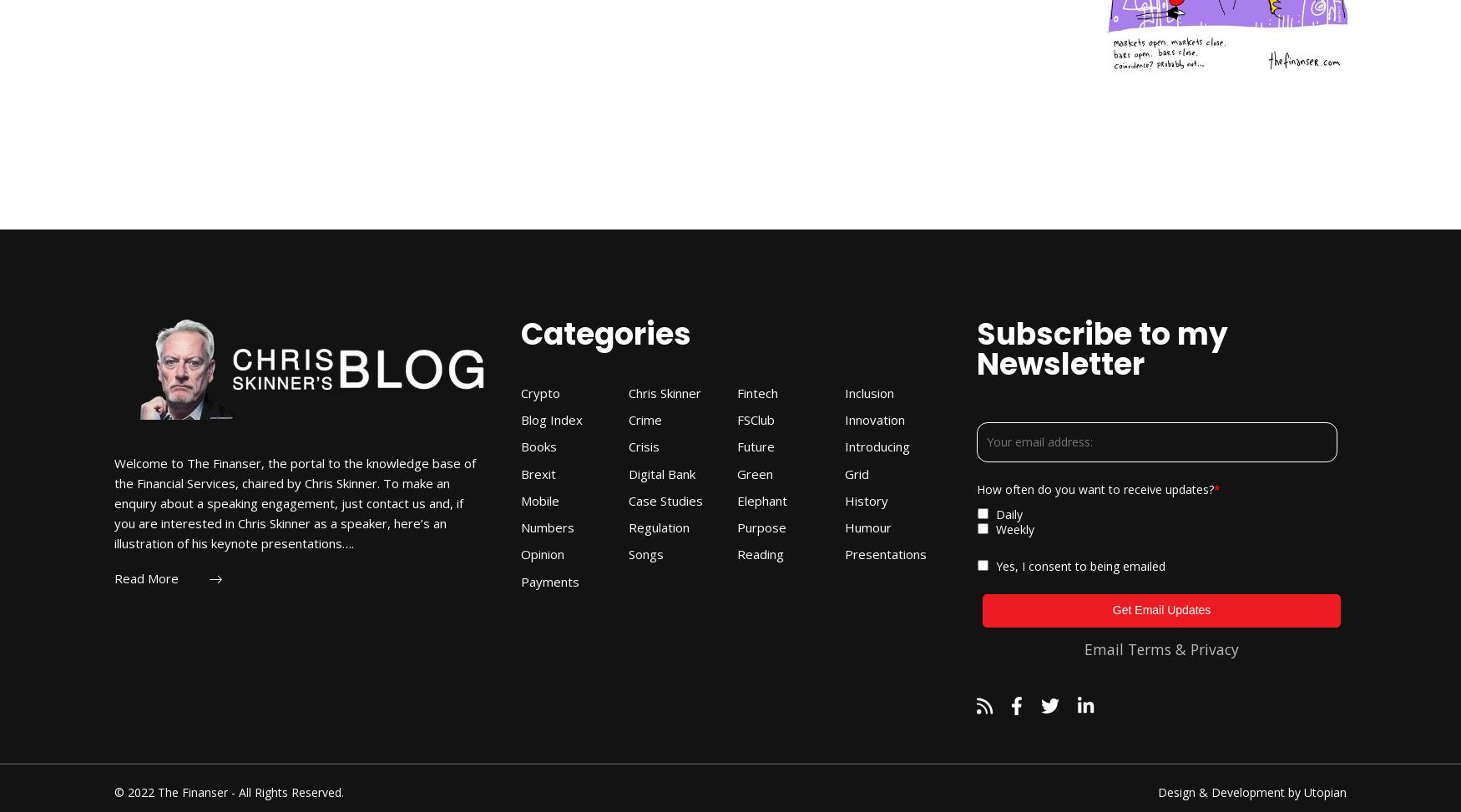 Image resolution: width=1461 pixels, height=812 pixels. I want to click on 'Future', so click(754, 445).